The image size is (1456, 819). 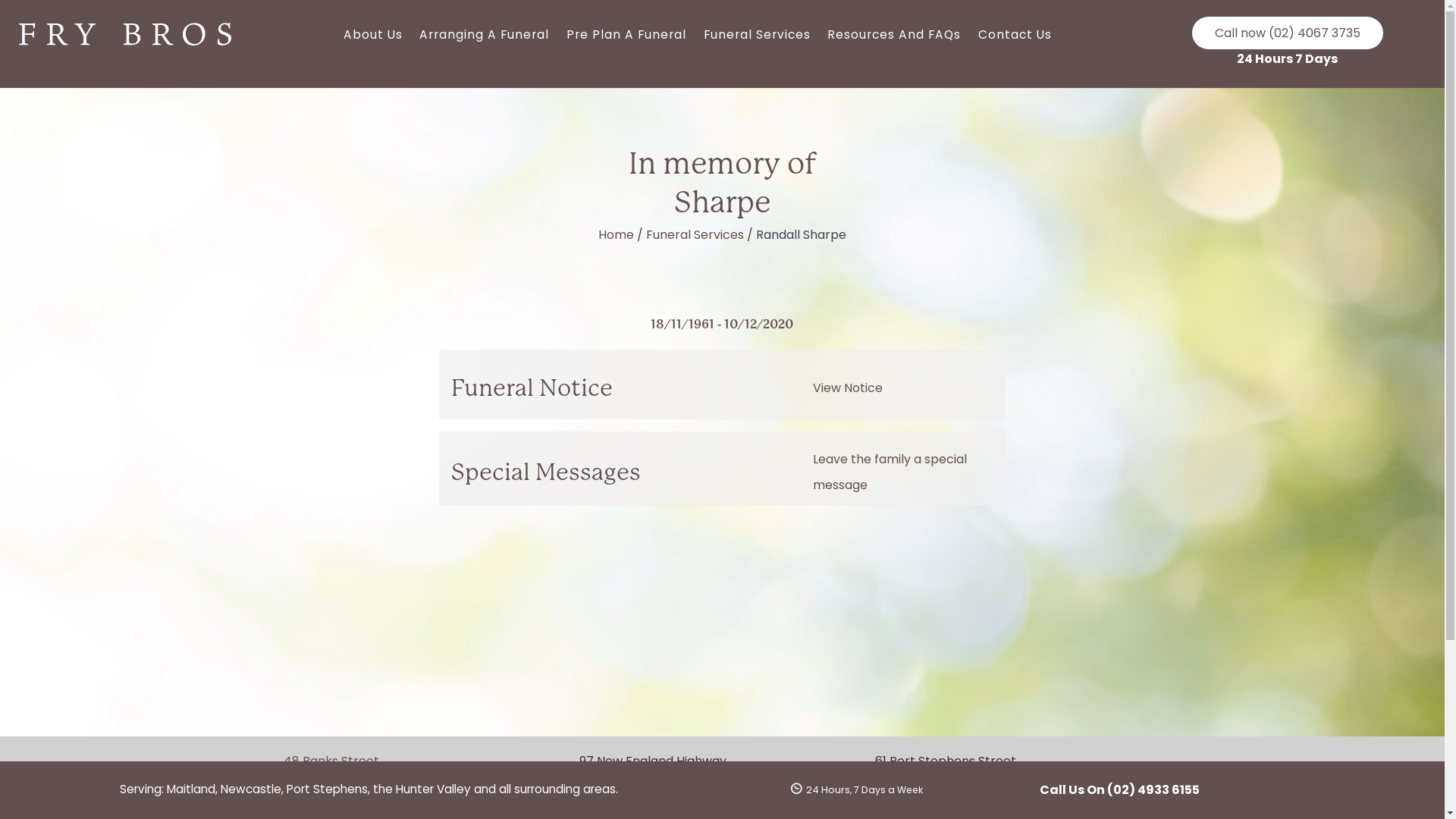 I want to click on 'Home', so click(x=597, y=234).